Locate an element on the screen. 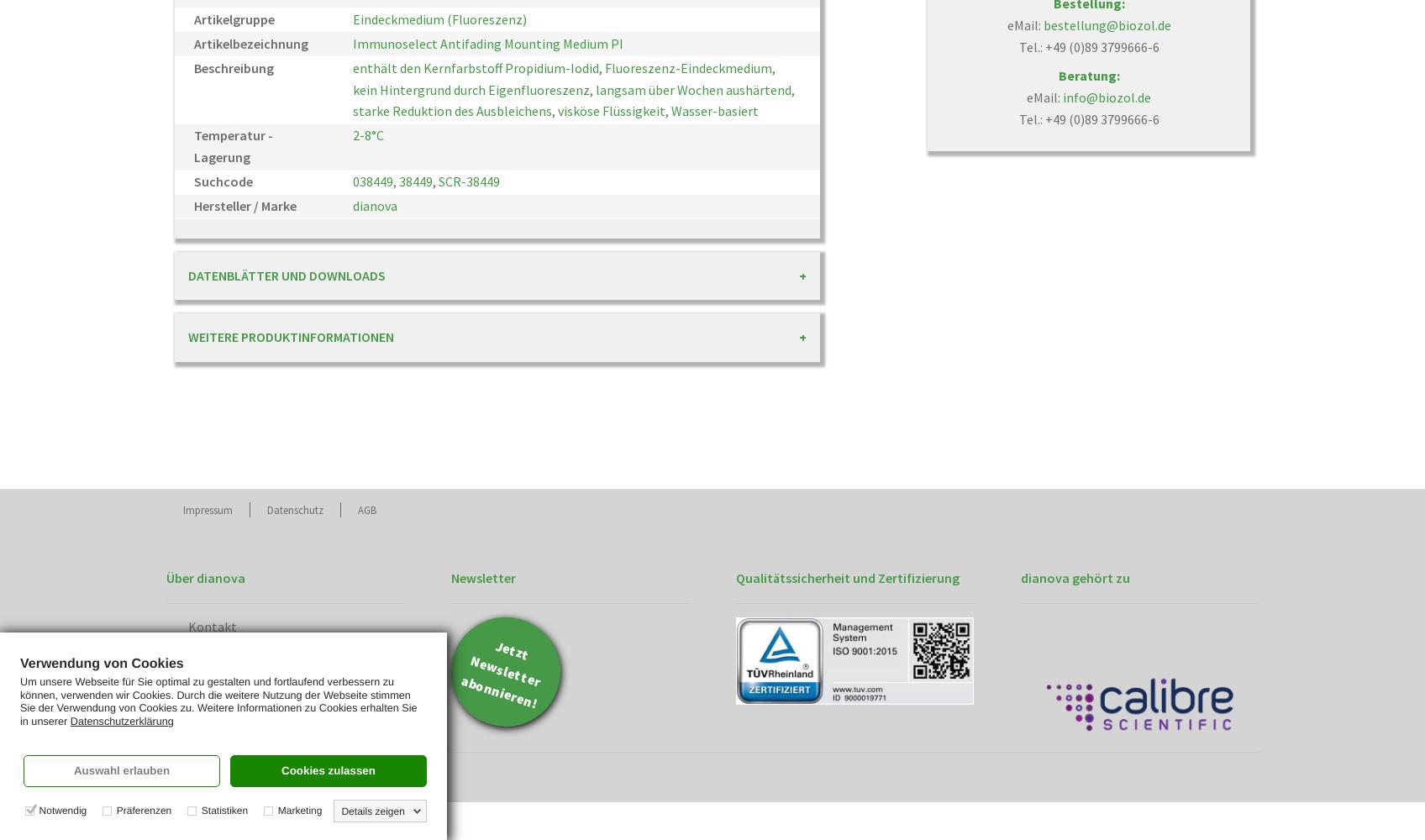 The image size is (1425, 840). 'Unternehmen' is located at coordinates (227, 690).